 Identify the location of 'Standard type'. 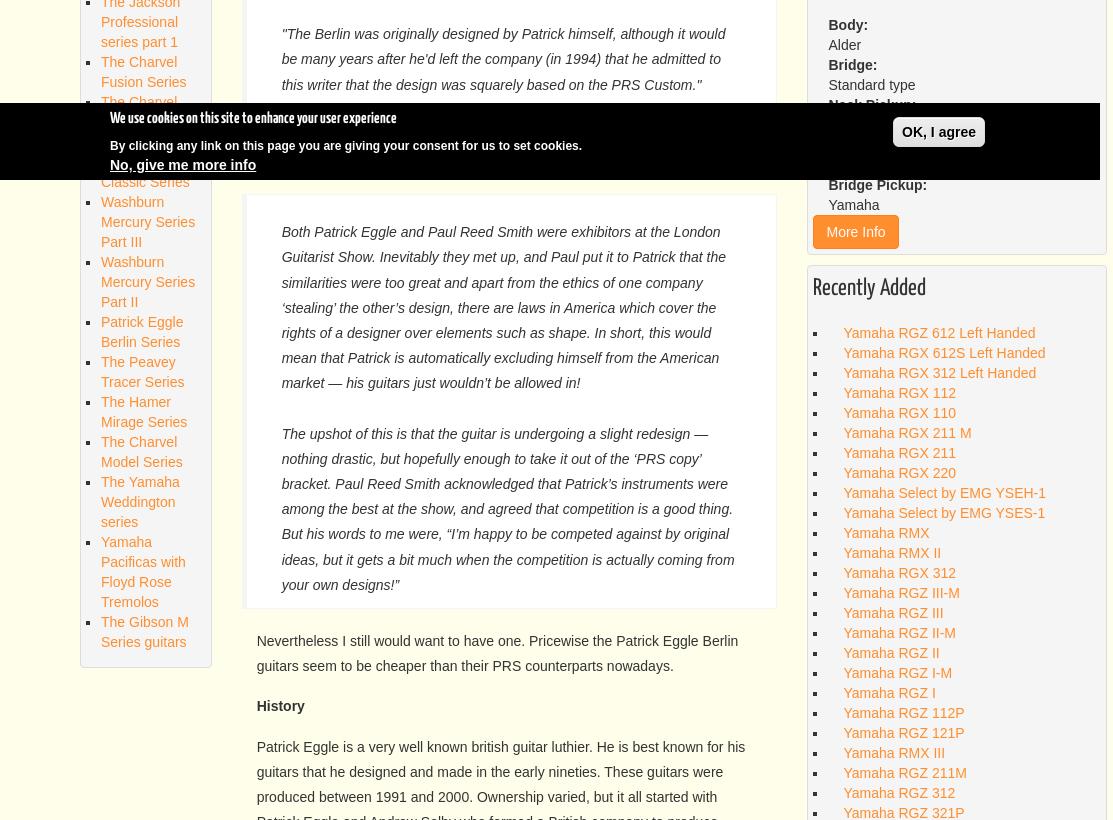
(871, 85).